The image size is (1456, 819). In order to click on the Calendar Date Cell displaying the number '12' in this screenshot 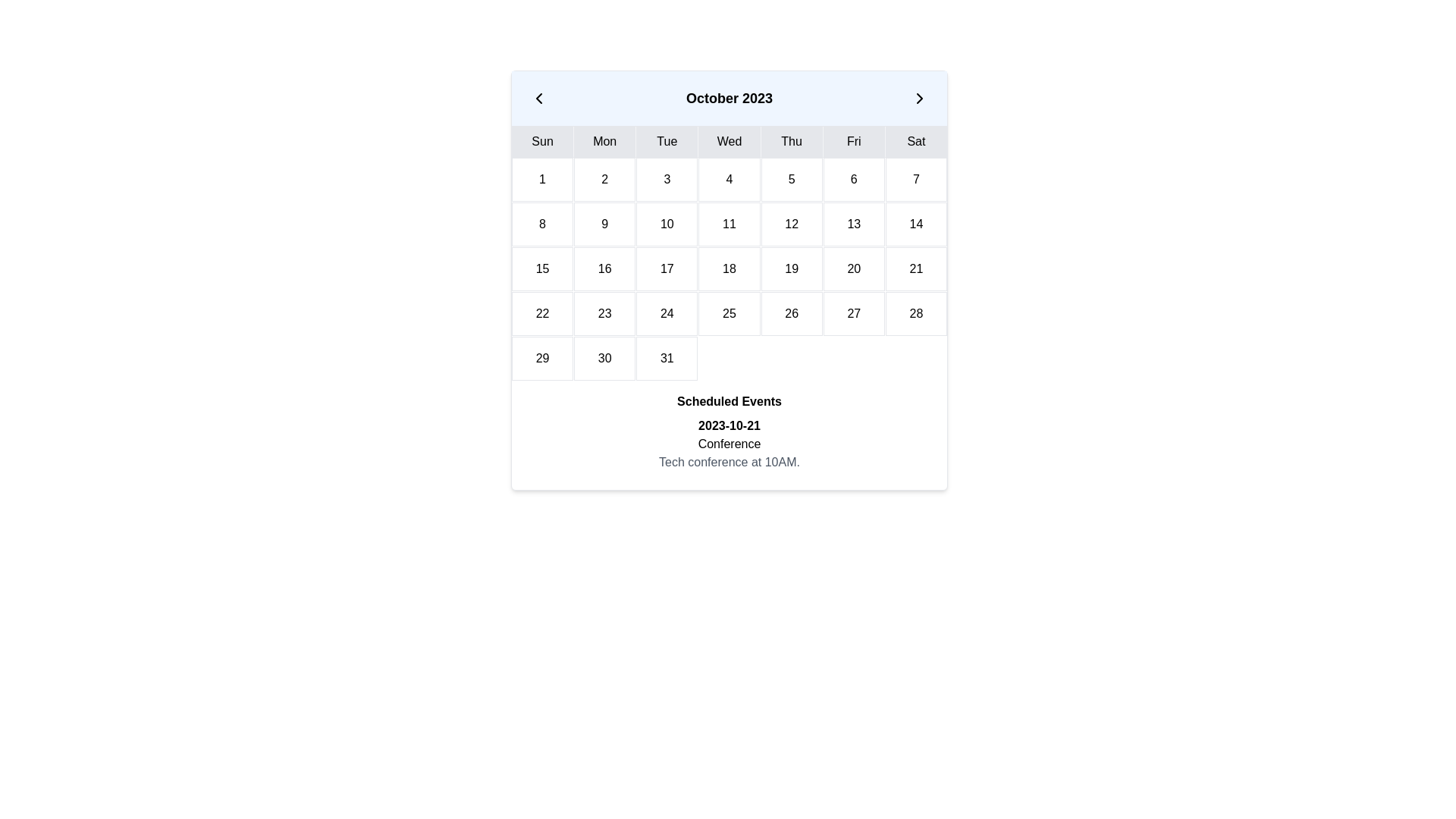, I will do `click(791, 224)`.